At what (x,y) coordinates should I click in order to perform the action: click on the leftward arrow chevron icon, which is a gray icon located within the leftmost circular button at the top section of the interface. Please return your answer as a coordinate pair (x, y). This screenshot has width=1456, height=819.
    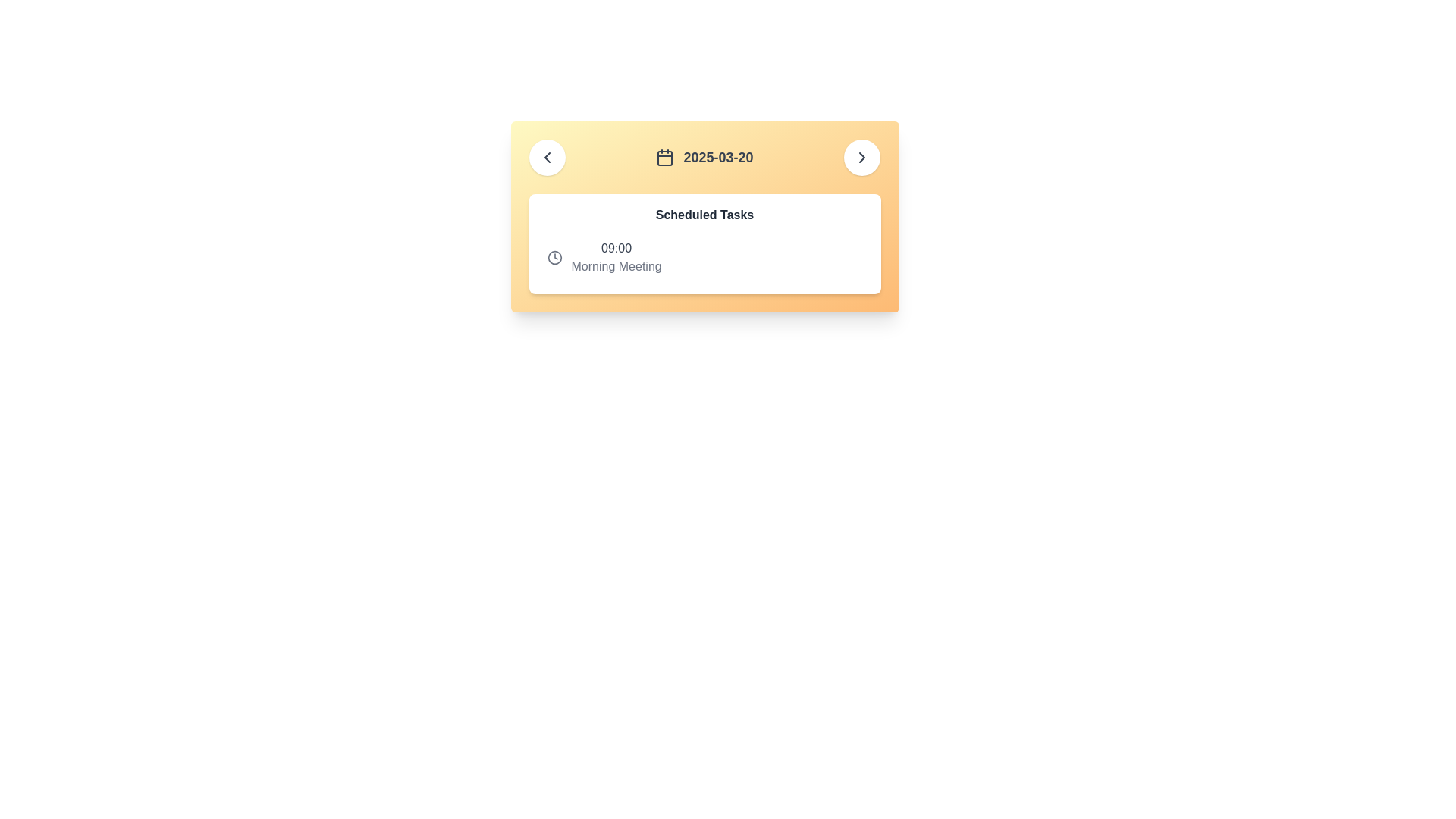
    Looking at the image, I should click on (546, 158).